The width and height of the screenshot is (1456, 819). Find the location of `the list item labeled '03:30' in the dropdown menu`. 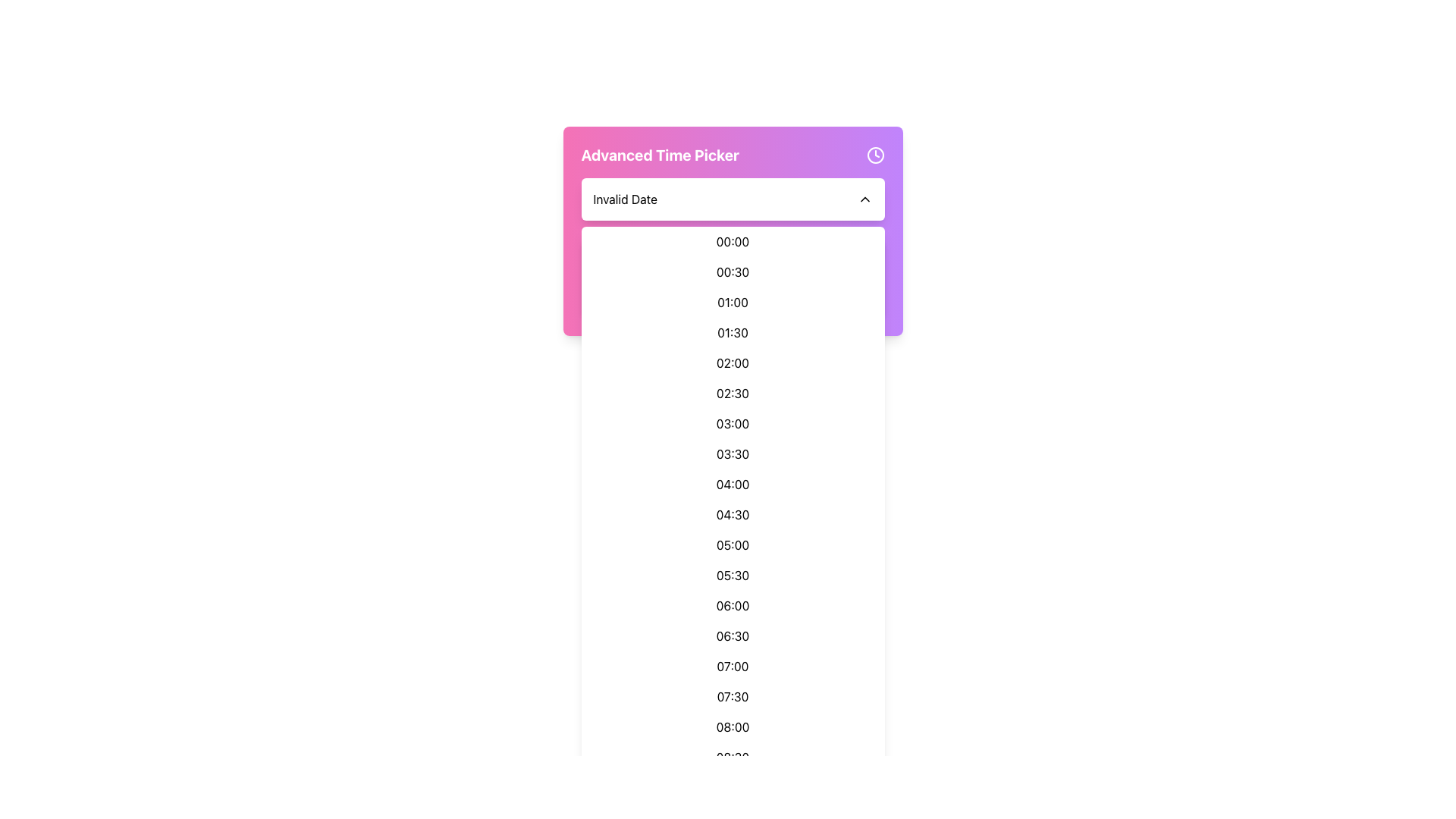

the list item labeled '03:30' in the dropdown menu is located at coordinates (733, 453).